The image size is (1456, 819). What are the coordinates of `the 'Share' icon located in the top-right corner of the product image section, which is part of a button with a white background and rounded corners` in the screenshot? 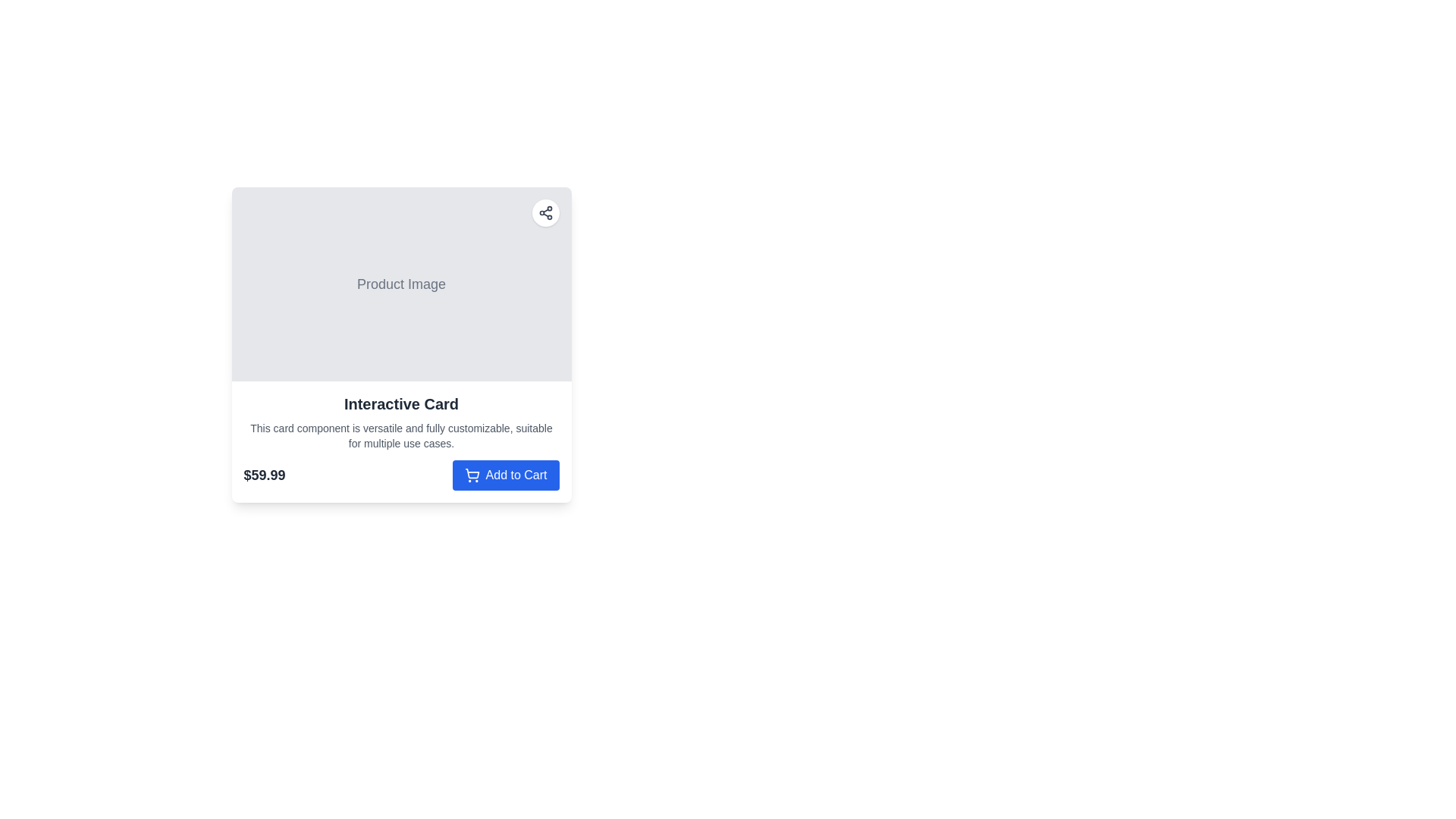 It's located at (545, 213).